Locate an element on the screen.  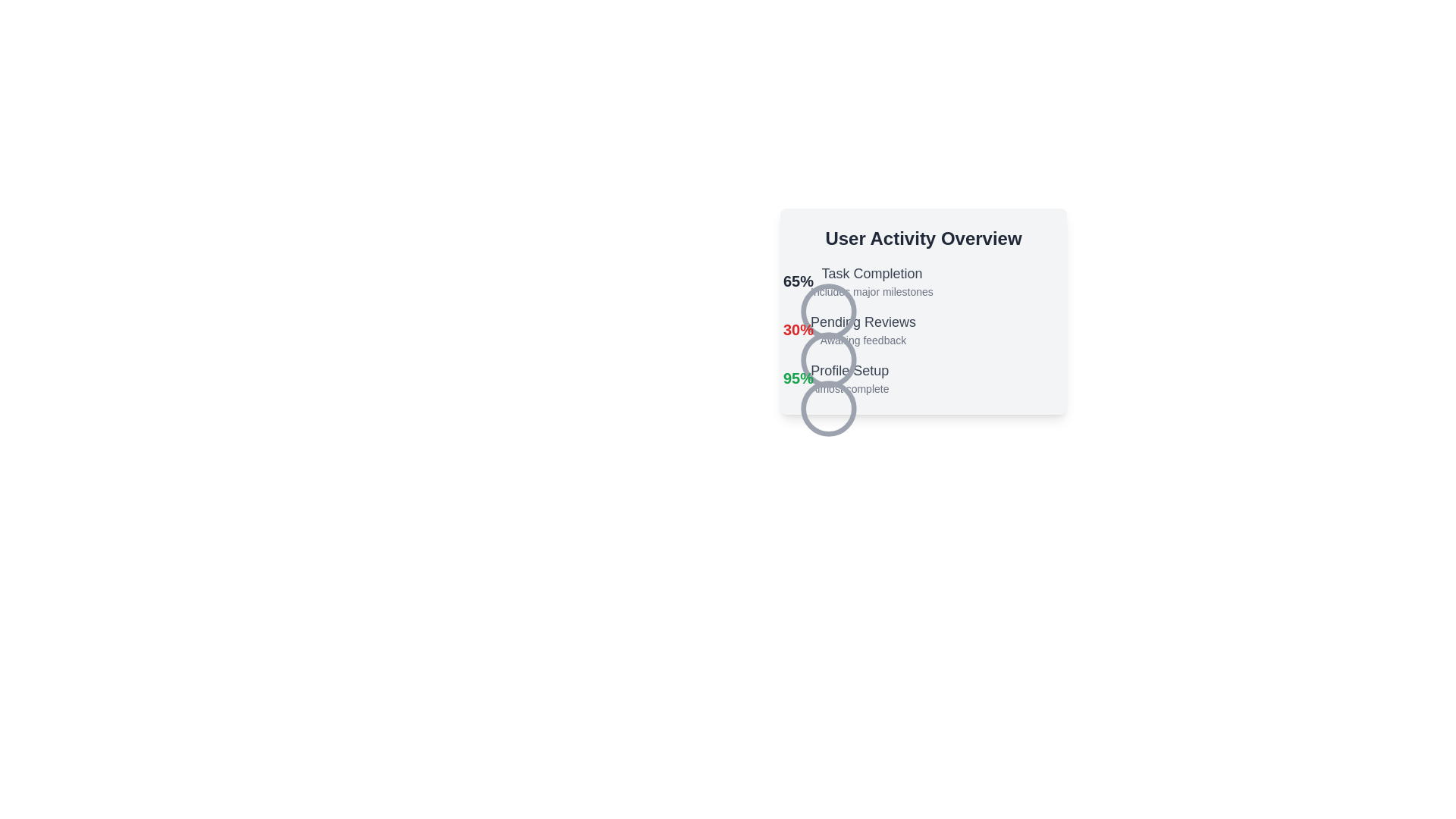
the circular icon (SVG) located in the 'Pending Reviews' section, which indicates the status of '30% Pending Reviews' is located at coordinates (828, 311).